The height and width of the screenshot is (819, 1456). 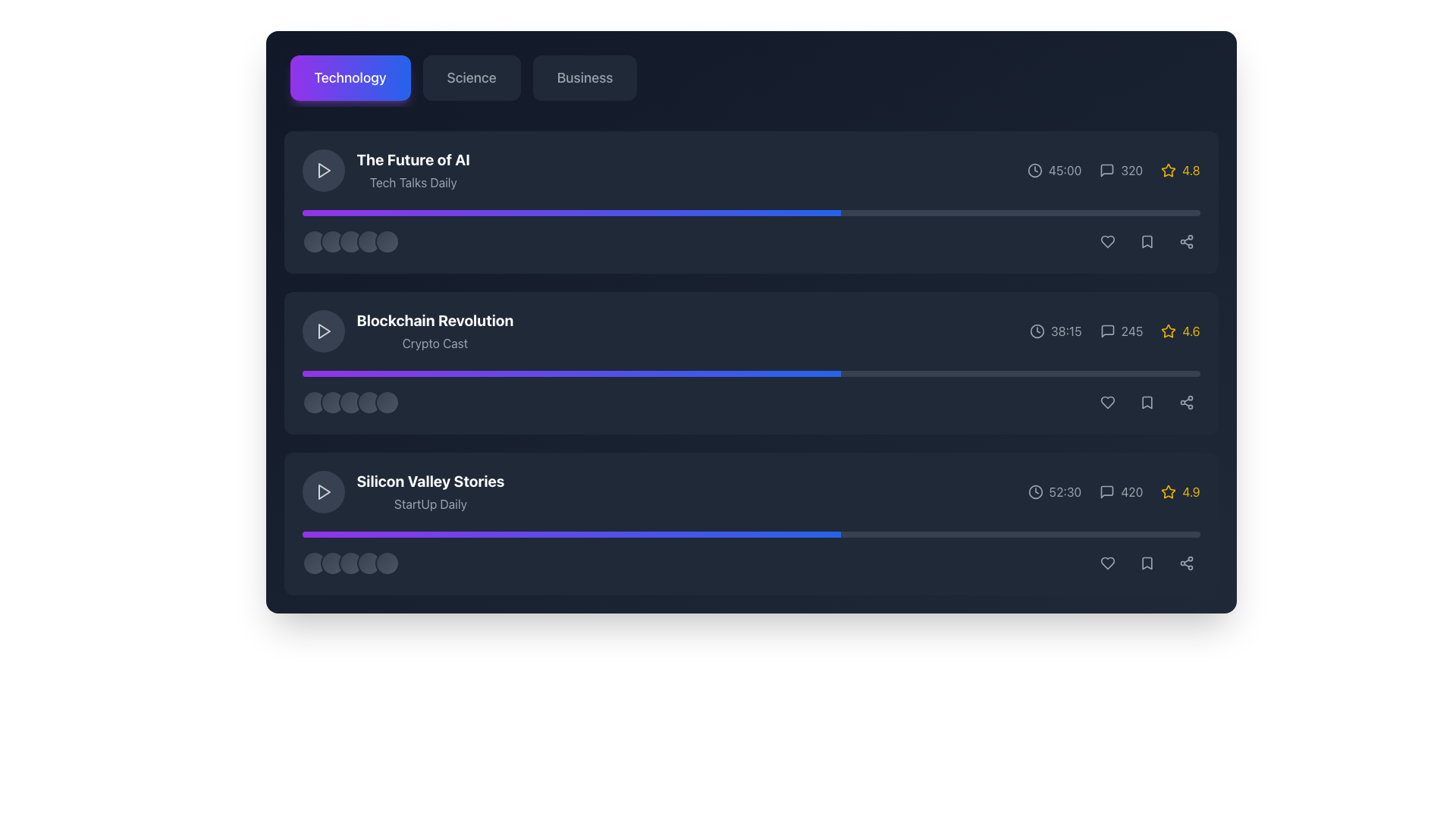 I want to click on the rating score display element, which is a composite of a star icon and text showing the rating value, located at the far right side of a horizontal row, so click(x=1179, y=170).